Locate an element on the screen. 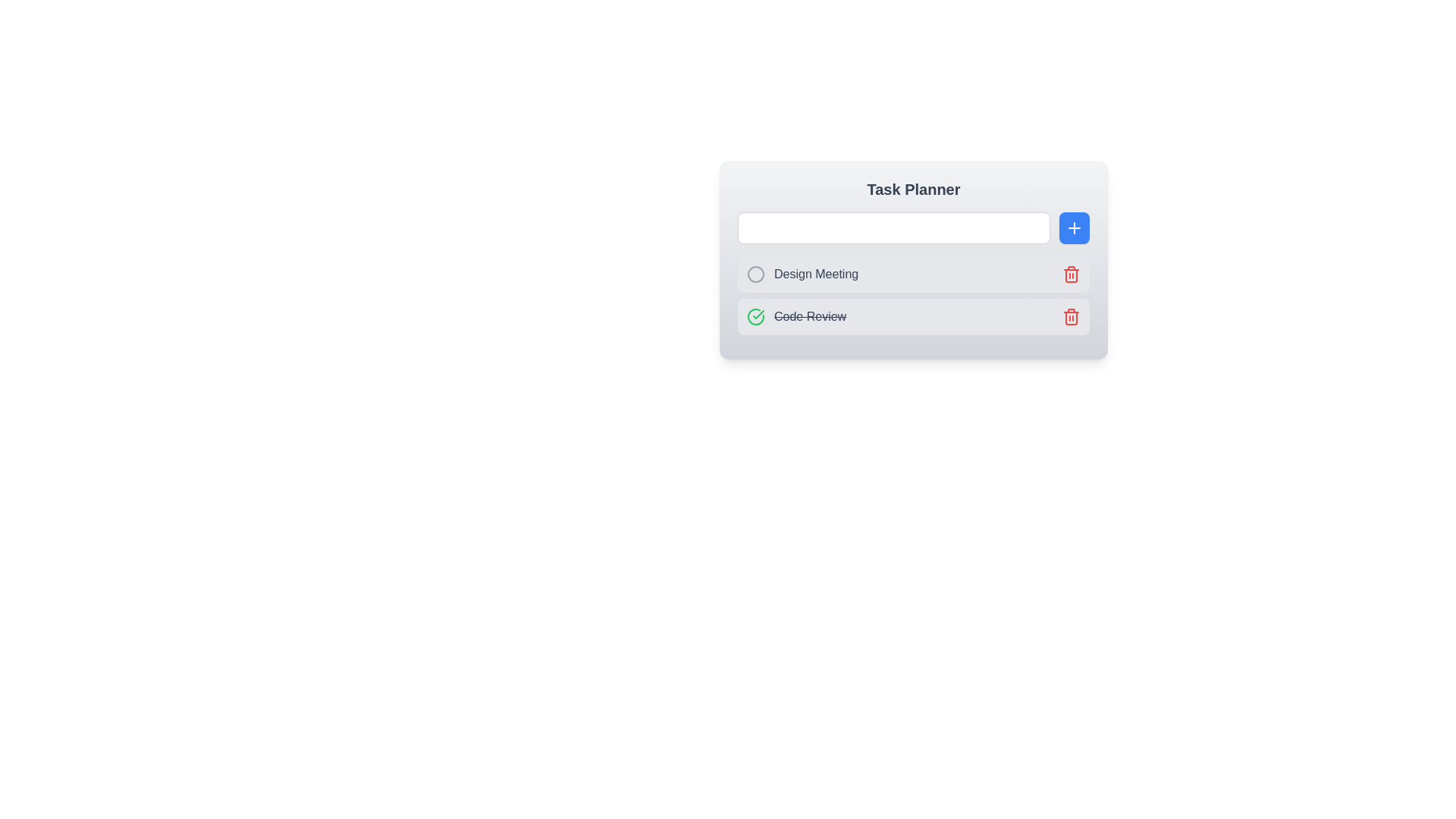 This screenshot has height=819, width=1456. the delete button for the task in the second row of the task list, which is indicated by a trash bin icon is located at coordinates (1070, 275).